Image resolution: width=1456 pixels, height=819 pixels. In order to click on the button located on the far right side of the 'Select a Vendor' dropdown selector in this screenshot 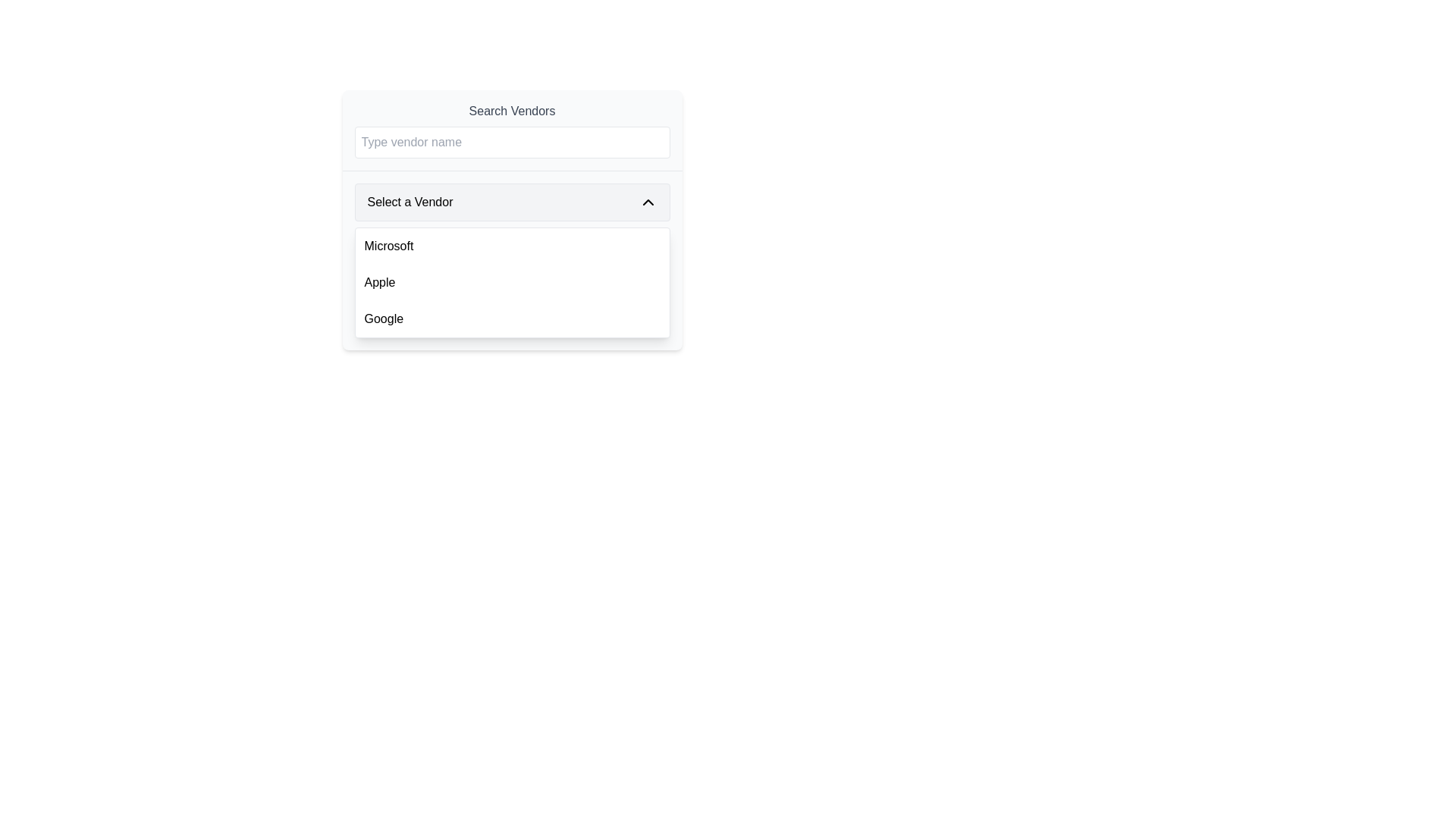, I will do `click(648, 201)`.